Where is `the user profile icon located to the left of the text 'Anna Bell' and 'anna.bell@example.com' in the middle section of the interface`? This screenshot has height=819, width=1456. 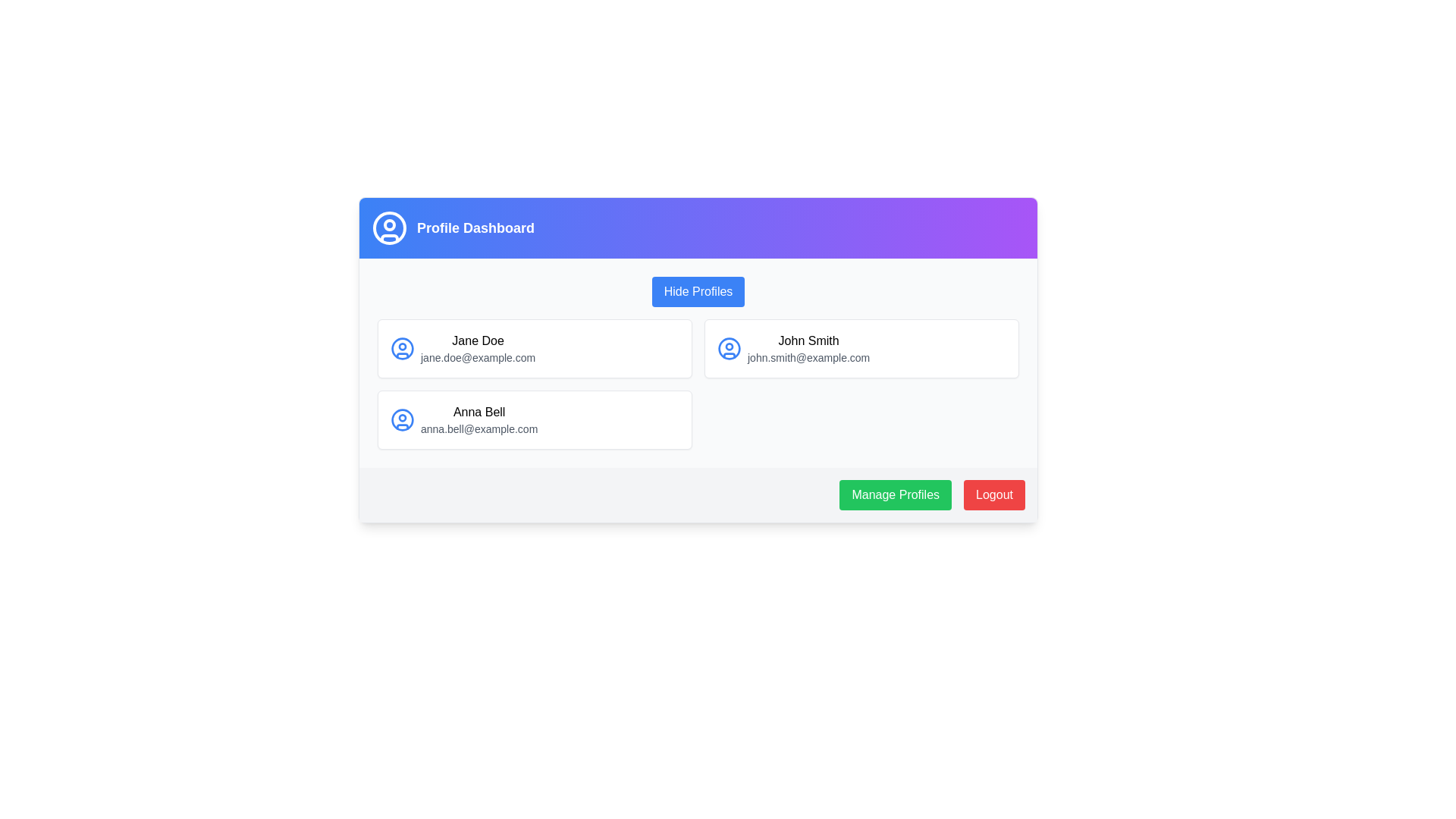
the user profile icon located to the left of the text 'Anna Bell' and 'anna.bell@example.com' in the middle section of the interface is located at coordinates (403, 420).